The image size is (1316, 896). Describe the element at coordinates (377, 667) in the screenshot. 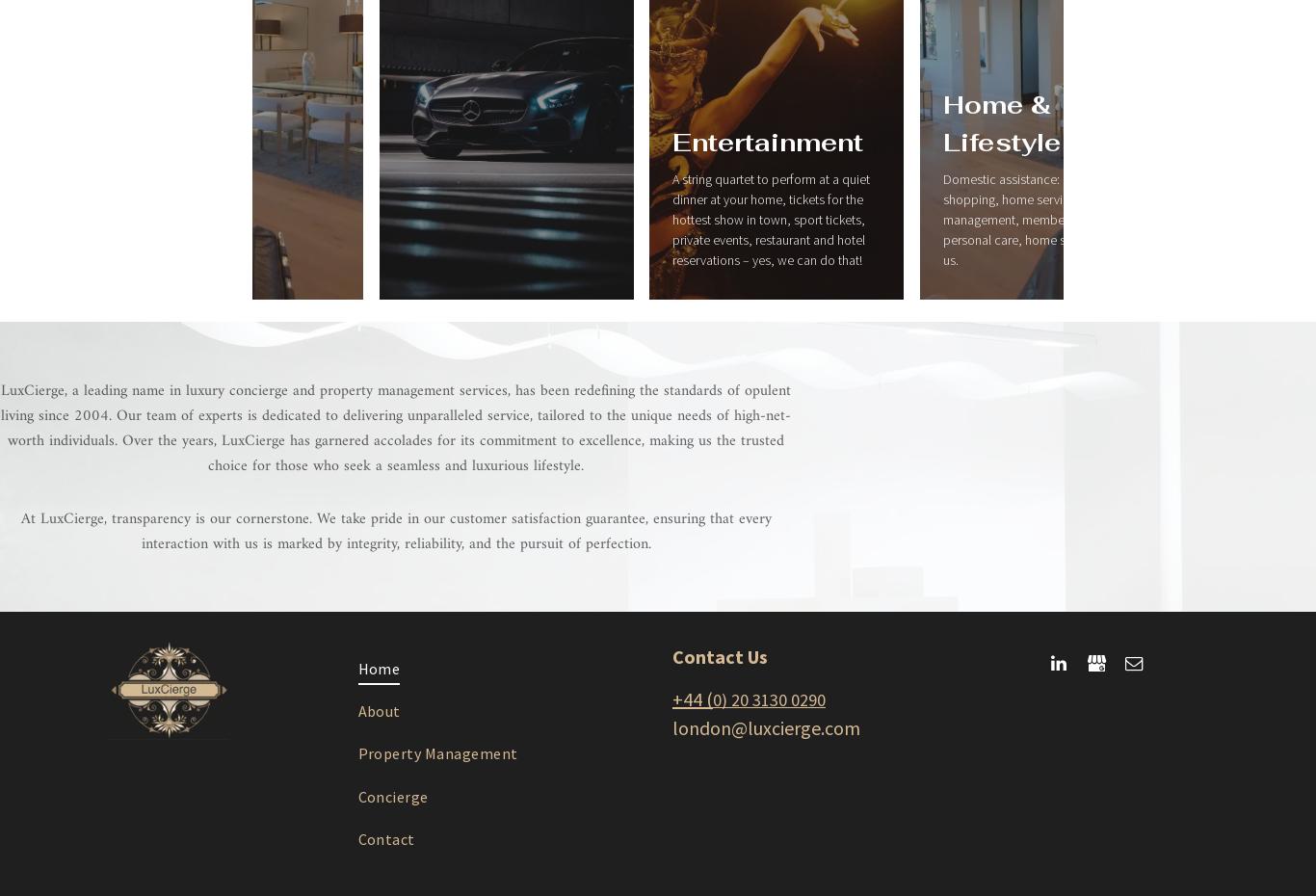

I see `'Home'` at that location.